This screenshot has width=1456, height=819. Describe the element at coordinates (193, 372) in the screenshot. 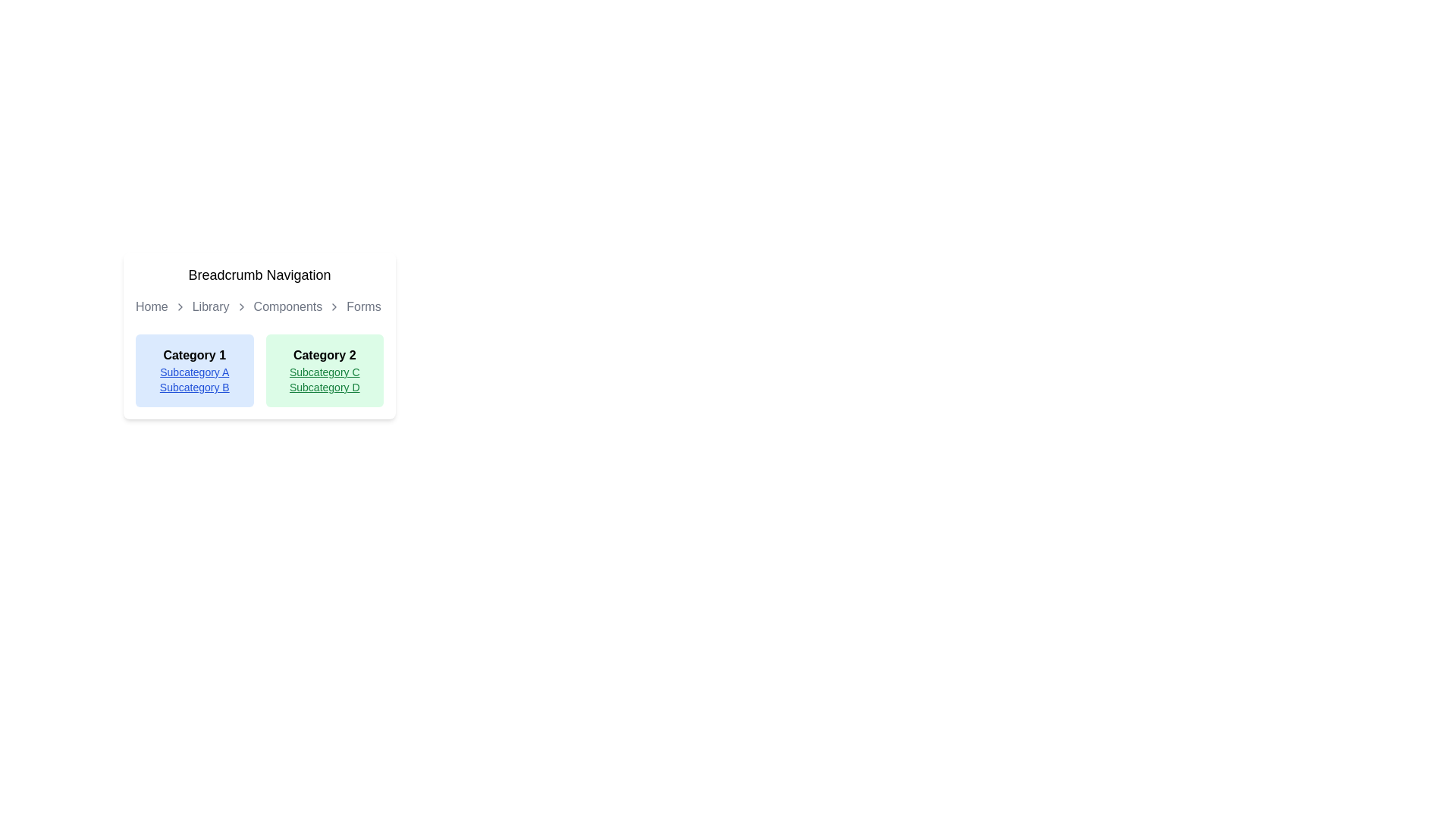

I see `the text link labeled 'Subcategory A', which is styled in a small blue font and underlined, indicating it is an actionable item` at that location.